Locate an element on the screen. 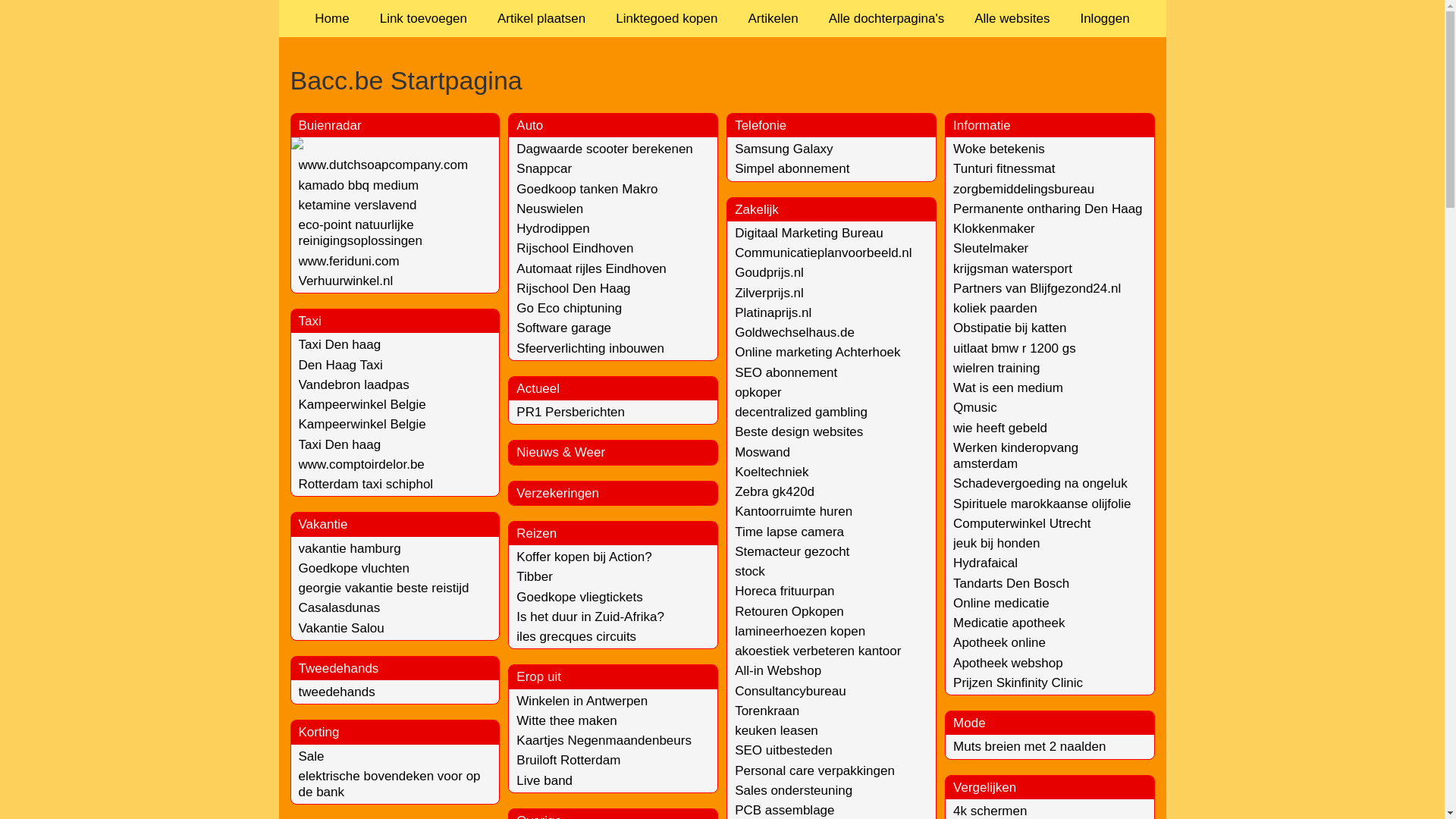 The height and width of the screenshot is (819, 1456). 'Permanente ontharing Den Haag' is located at coordinates (1047, 209).